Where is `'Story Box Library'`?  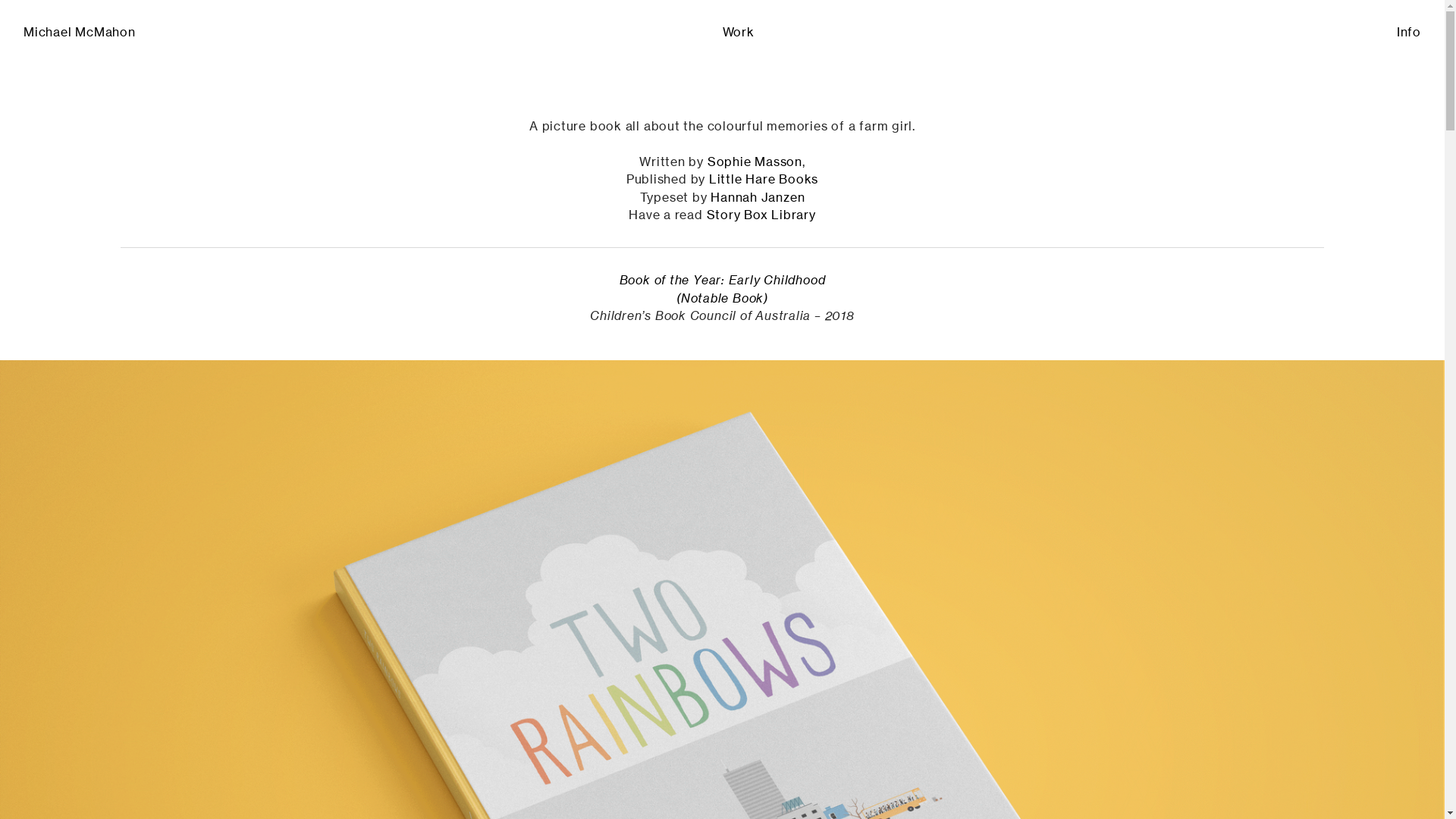 'Story Box Library' is located at coordinates (705, 215).